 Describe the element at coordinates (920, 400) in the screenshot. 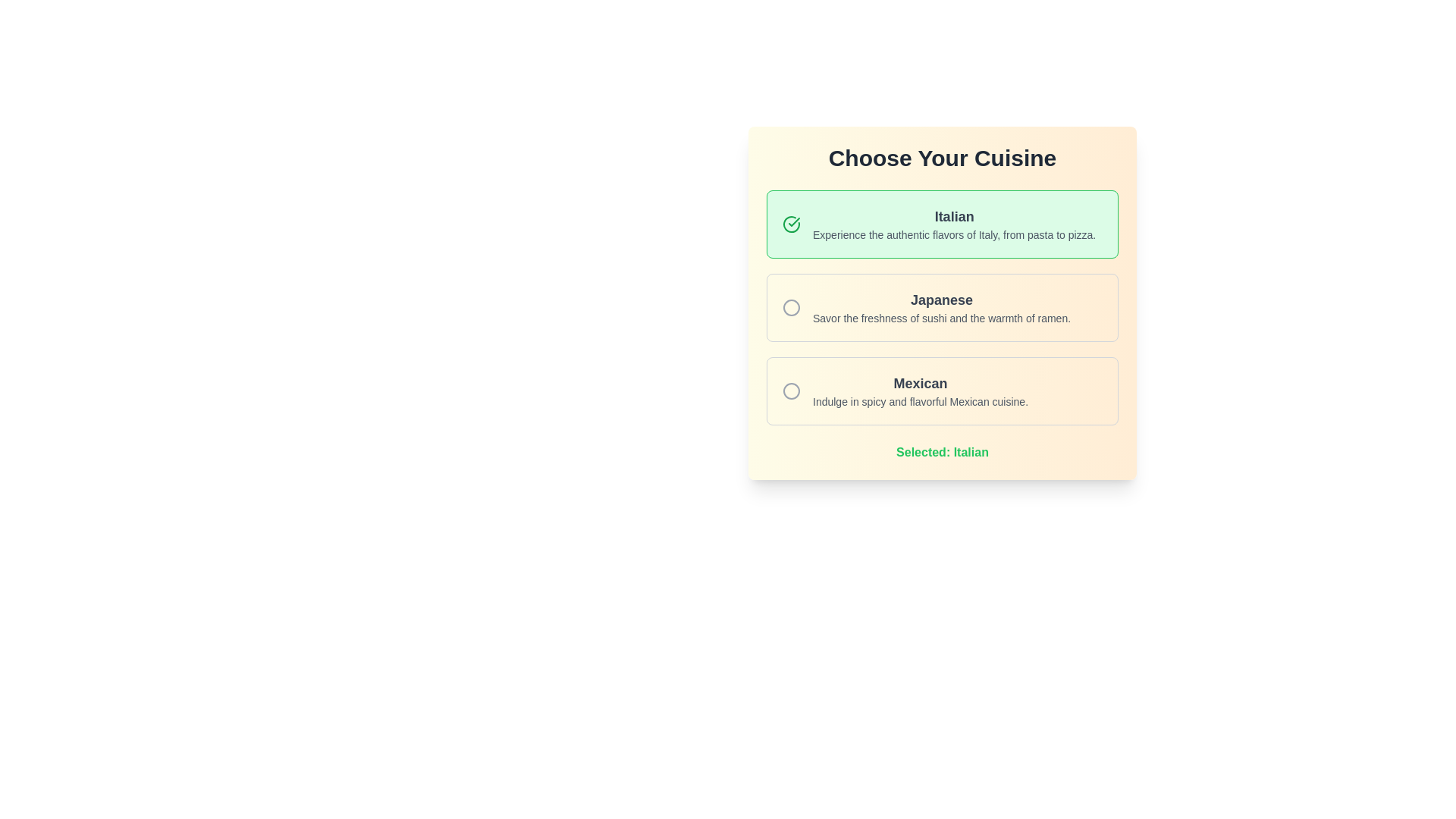

I see `descriptive text 'Indulge in spicy and flavorful Mexican cuisine.' located below the header 'Mexican' in the selection panel` at that location.